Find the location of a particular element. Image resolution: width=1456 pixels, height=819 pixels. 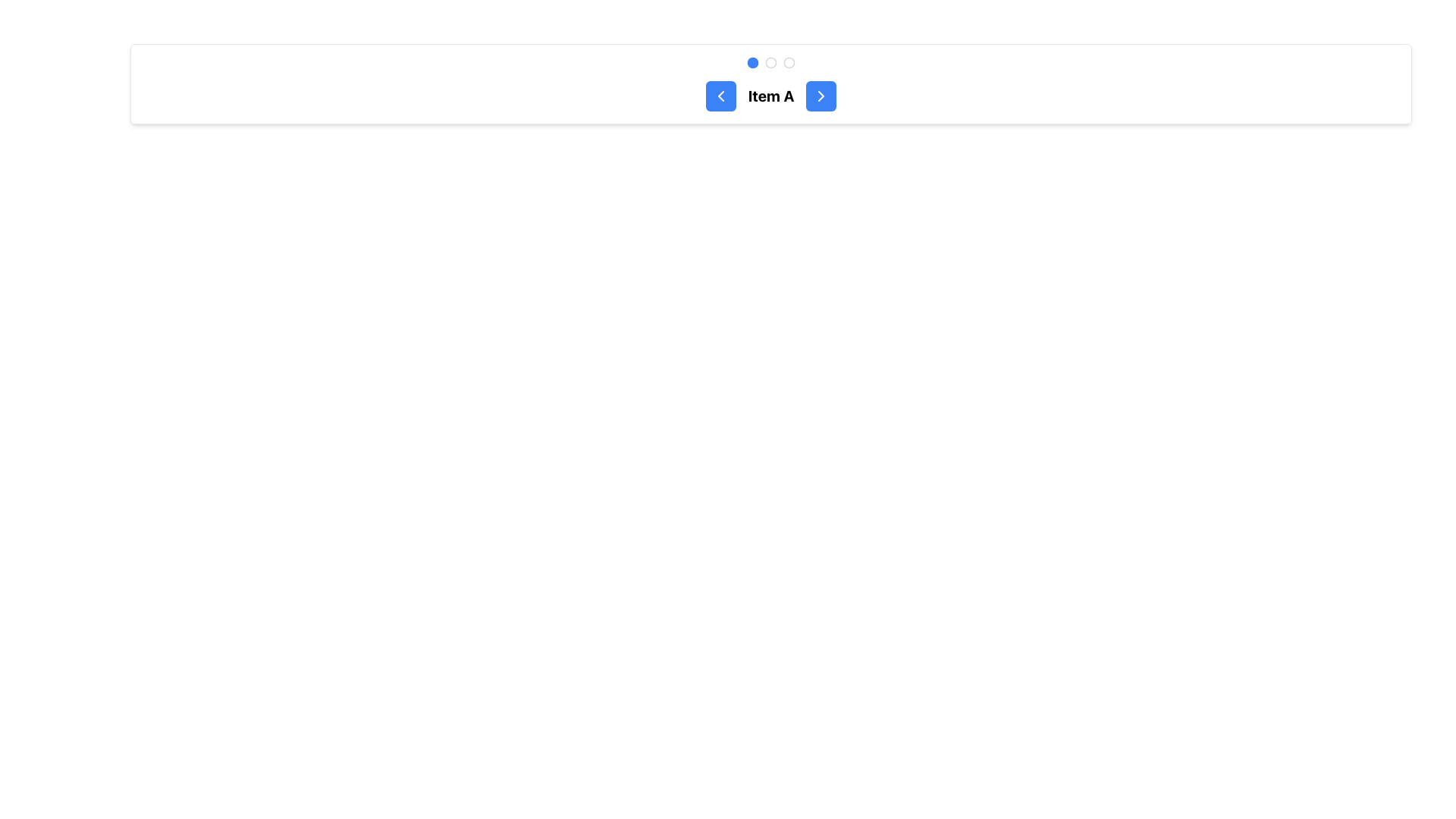

the second circle of the Navigation indicator located at the top center of 'Item A' is located at coordinates (771, 62).